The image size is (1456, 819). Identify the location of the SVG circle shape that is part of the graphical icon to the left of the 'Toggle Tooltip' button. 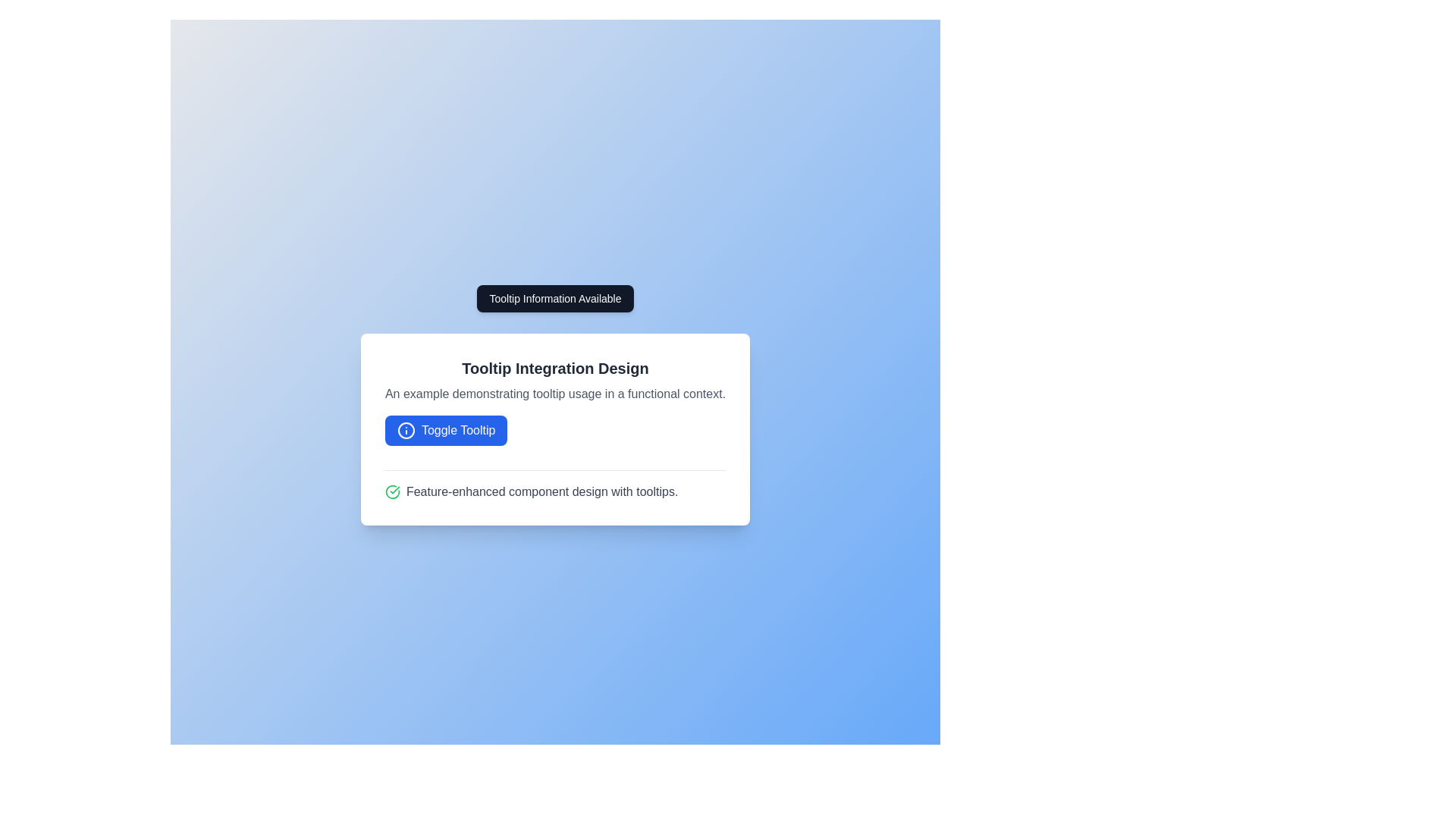
(406, 430).